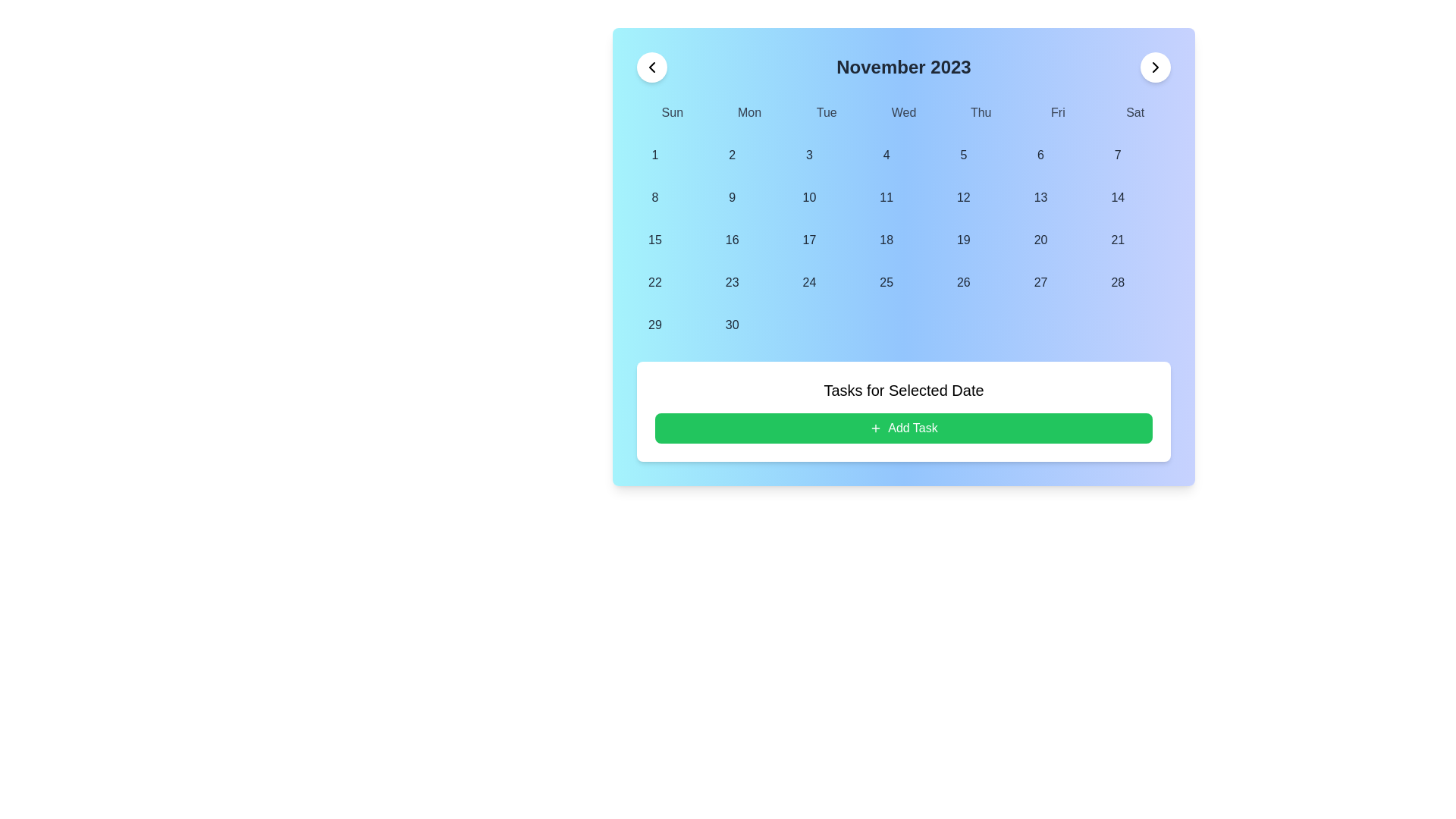 Image resolution: width=1456 pixels, height=819 pixels. What do you see at coordinates (1154, 66) in the screenshot?
I see `the circular button with a black chevron arrow icon pointing to the right, located at the top-right corner of the calendar interface` at bounding box center [1154, 66].